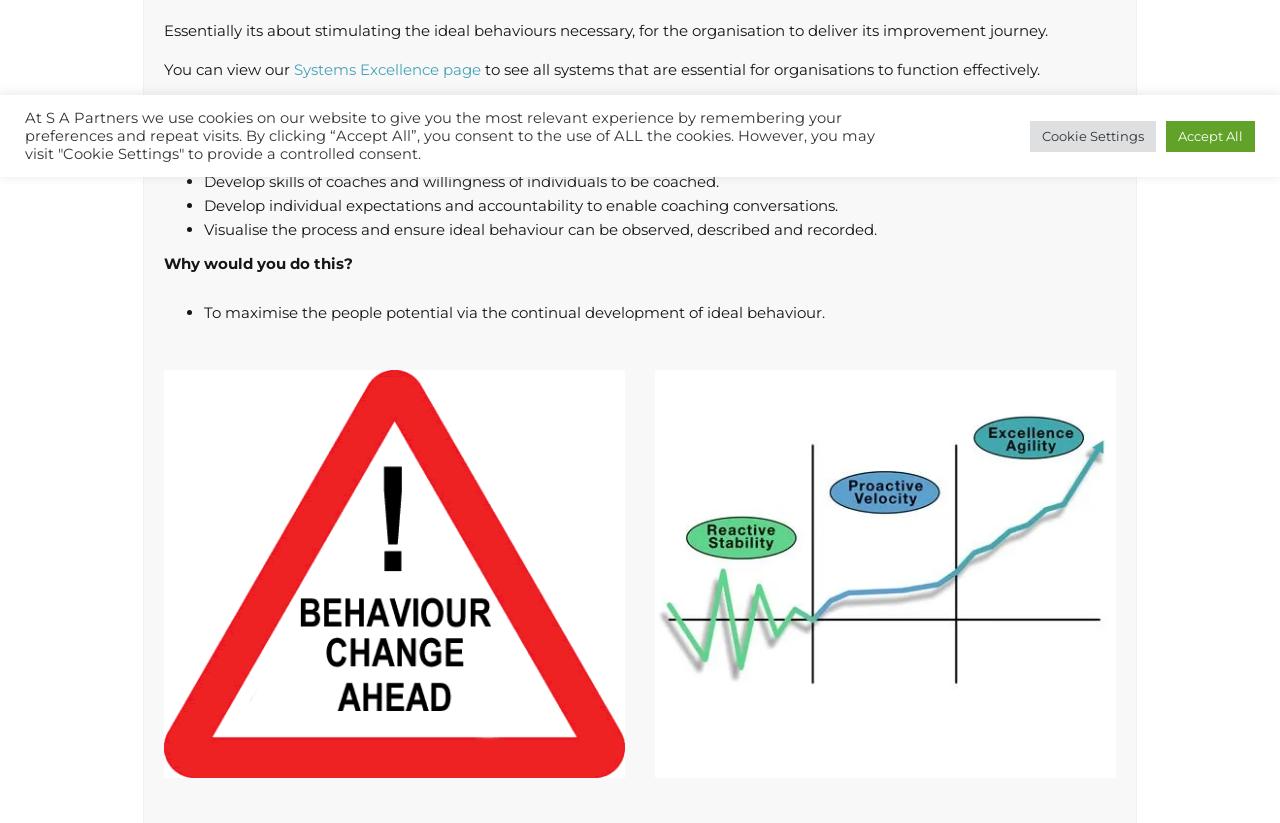 Image resolution: width=1280 pixels, height=823 pixels. What do you see at coordinates (514, 311) in the screenshot?
I see `'To maximise the people potential via the continual development of ideal behaviour.'` at bounding box center [514, 311].